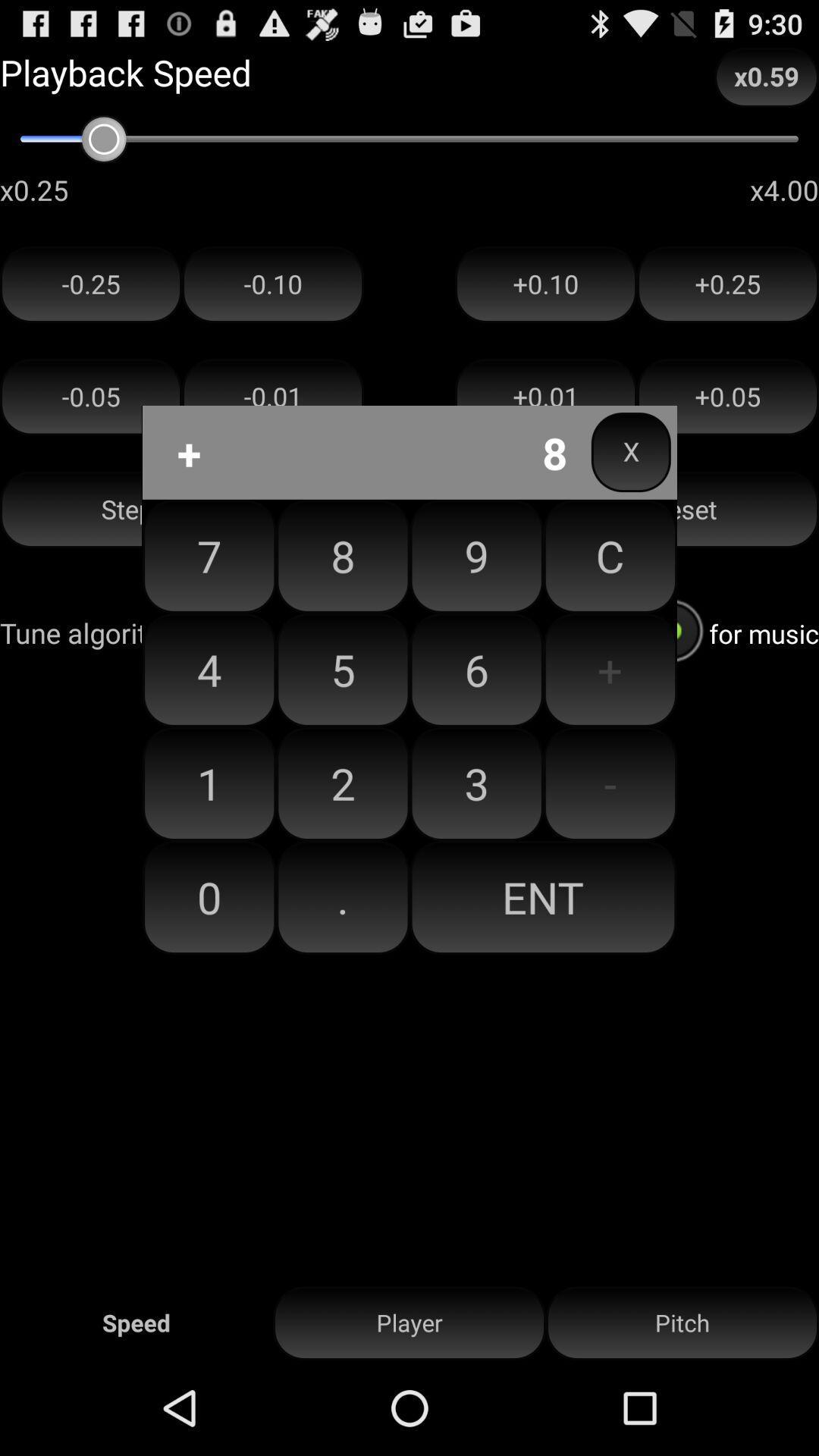  I want to click on the item above the 4 item, so click(209, 555).